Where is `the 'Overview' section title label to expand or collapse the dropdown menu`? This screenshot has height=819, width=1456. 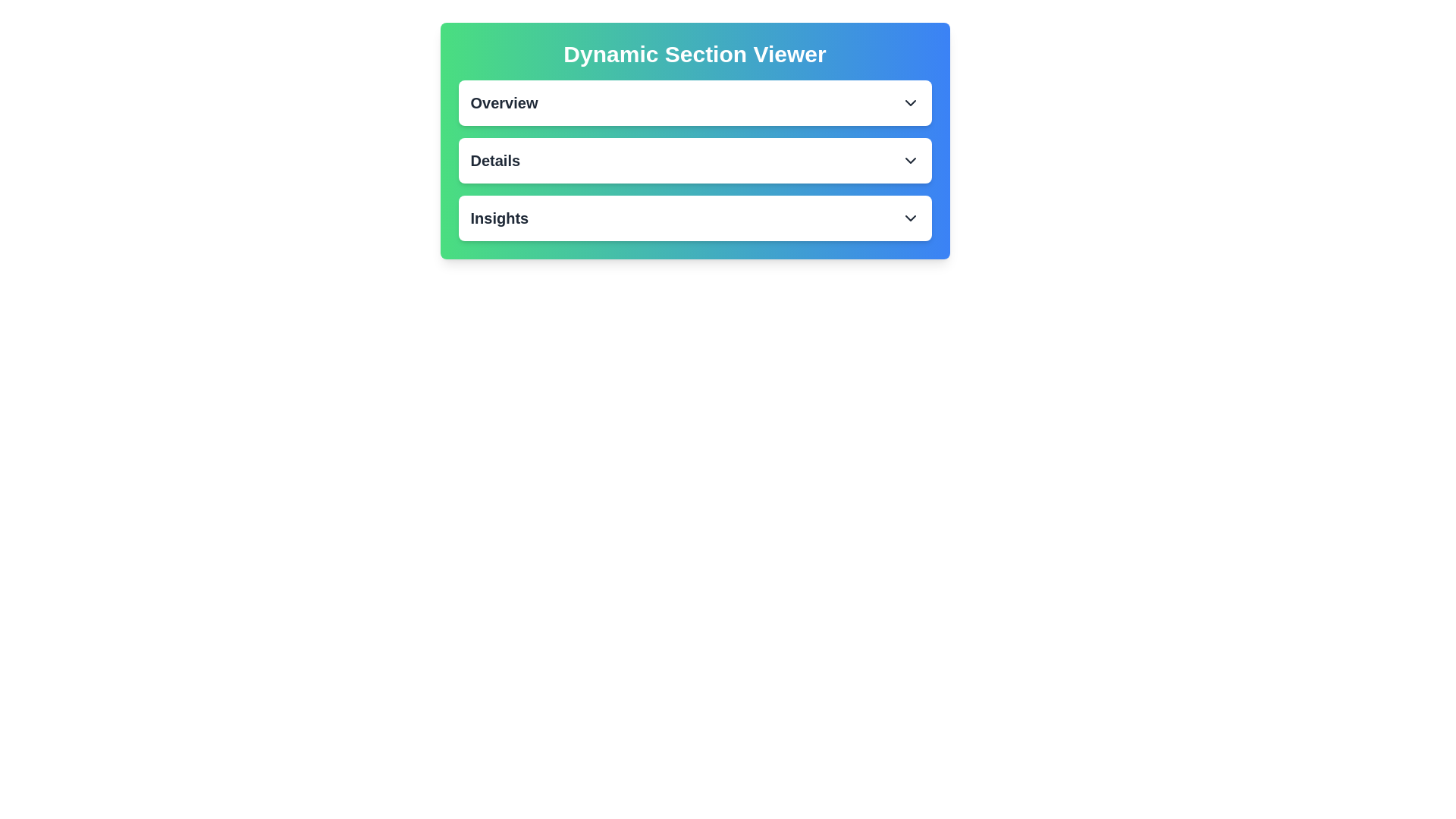 the 'Overview' section title label to expand or collapse the dropdown menu is located at coordinates (504, 102).